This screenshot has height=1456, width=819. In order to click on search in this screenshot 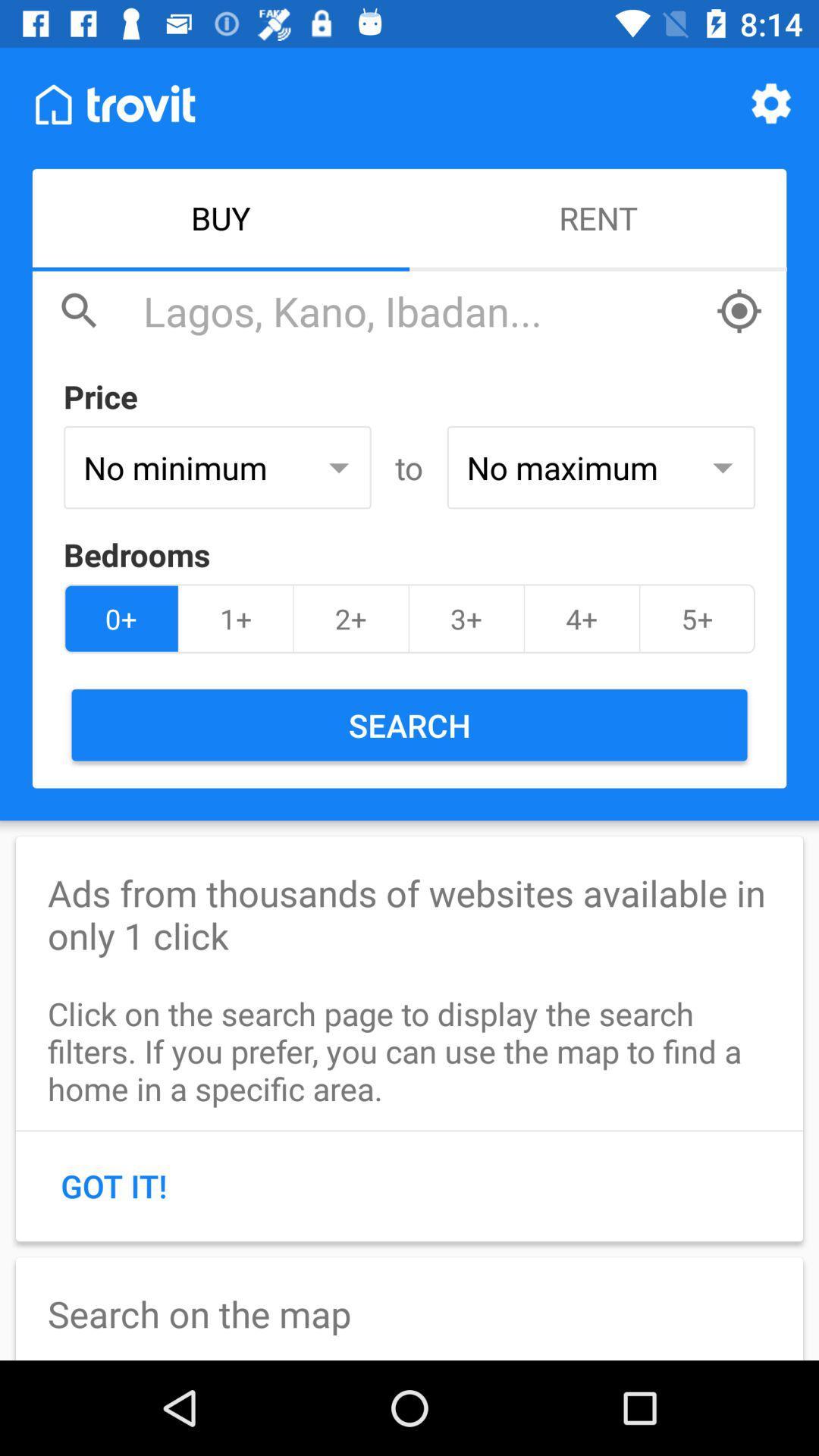, I will do `click(421, 310)`.